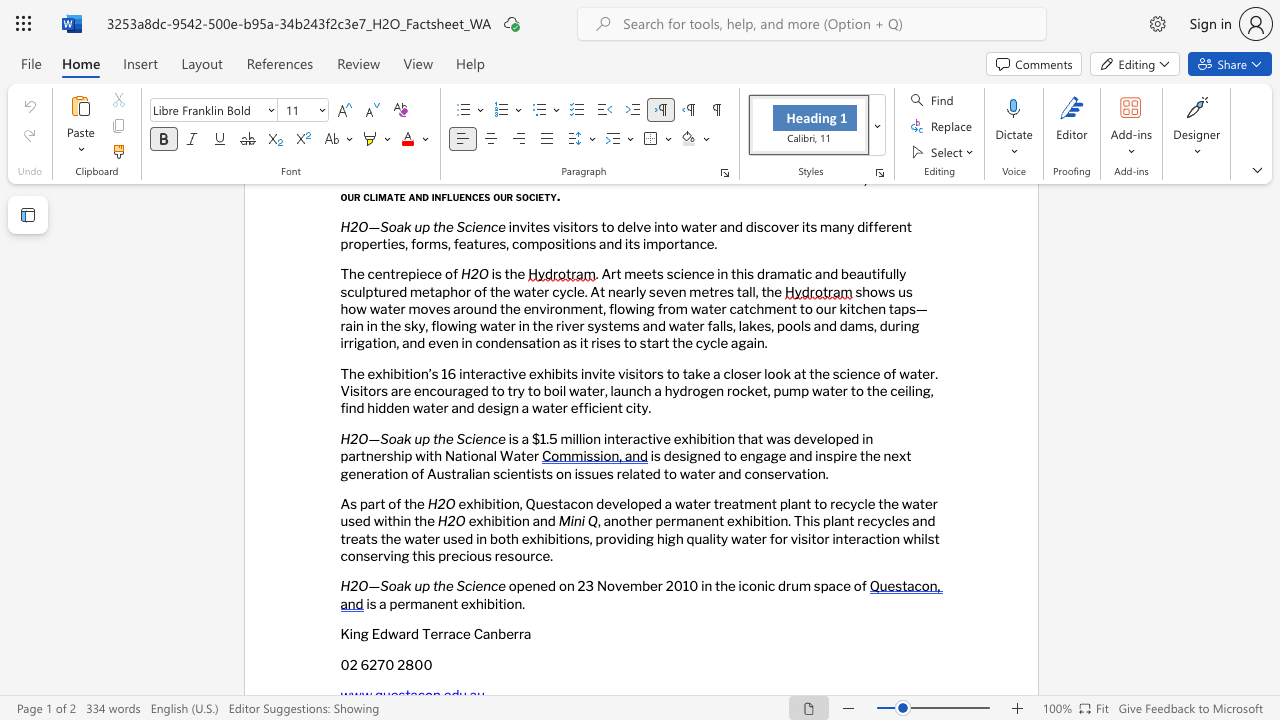 Image resolution: width=1280 pixels, height=720 pixels. I want to click on the subset text "2O" within the text "H2O—Soak up the Science", so click(350, 585).